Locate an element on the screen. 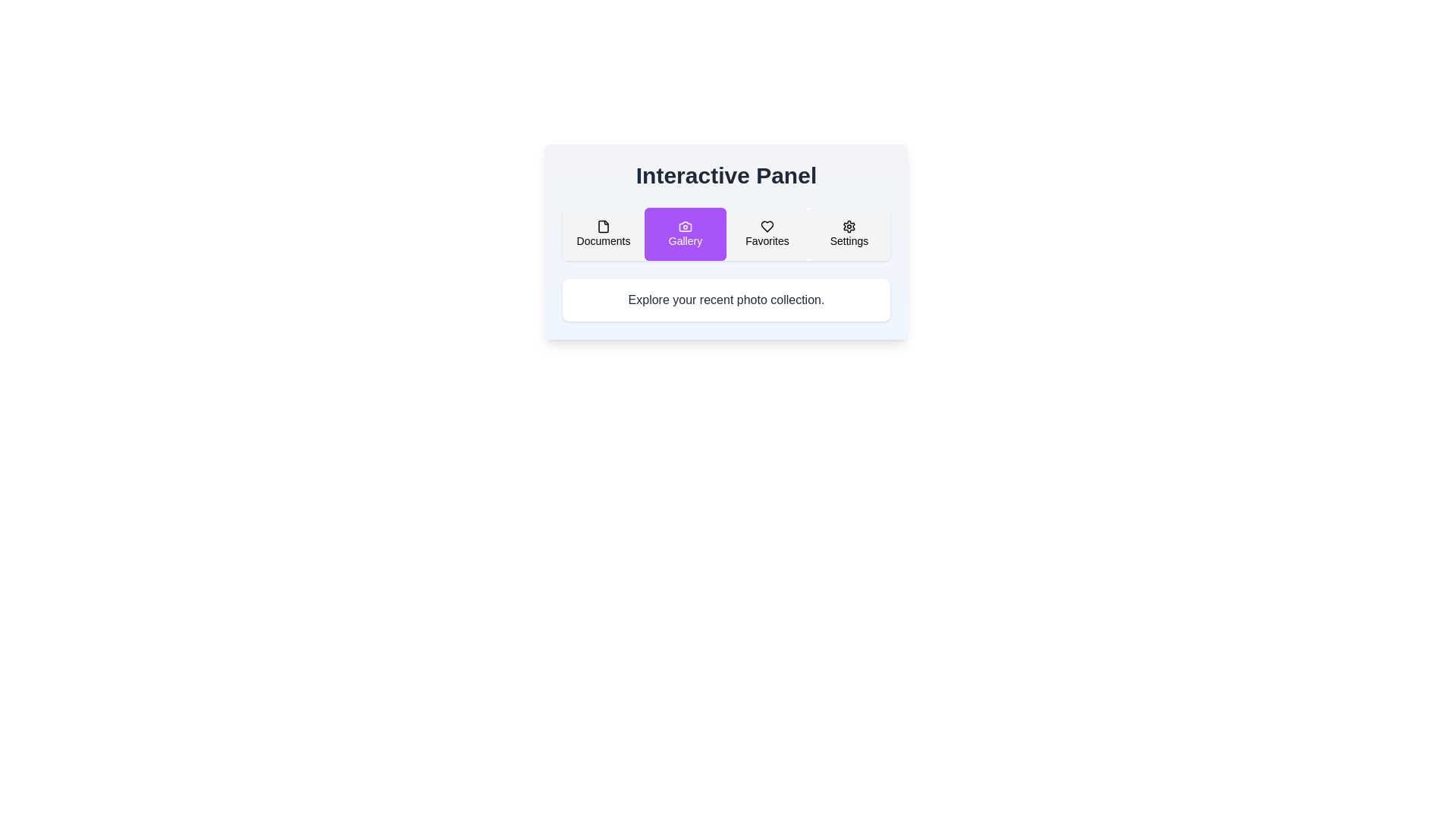  descriptive label for the button indicating a Gallery-related action, which is located at the bottom-center part of the second button labeled 'Gallery' is located at coordinates (684, 240).